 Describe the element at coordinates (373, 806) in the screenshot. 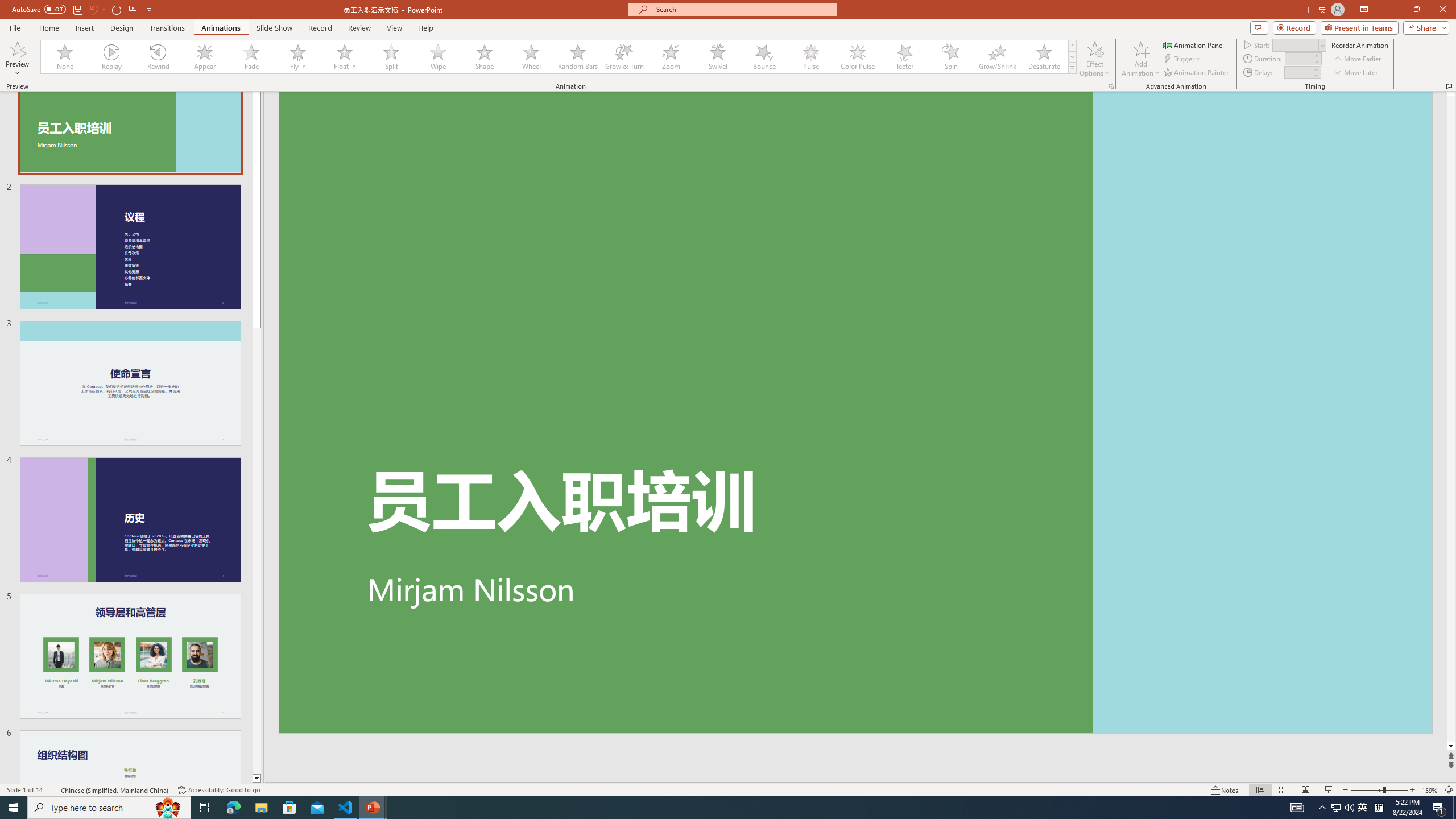

I see `'PowerPoint - 2 running windows'` at that location.